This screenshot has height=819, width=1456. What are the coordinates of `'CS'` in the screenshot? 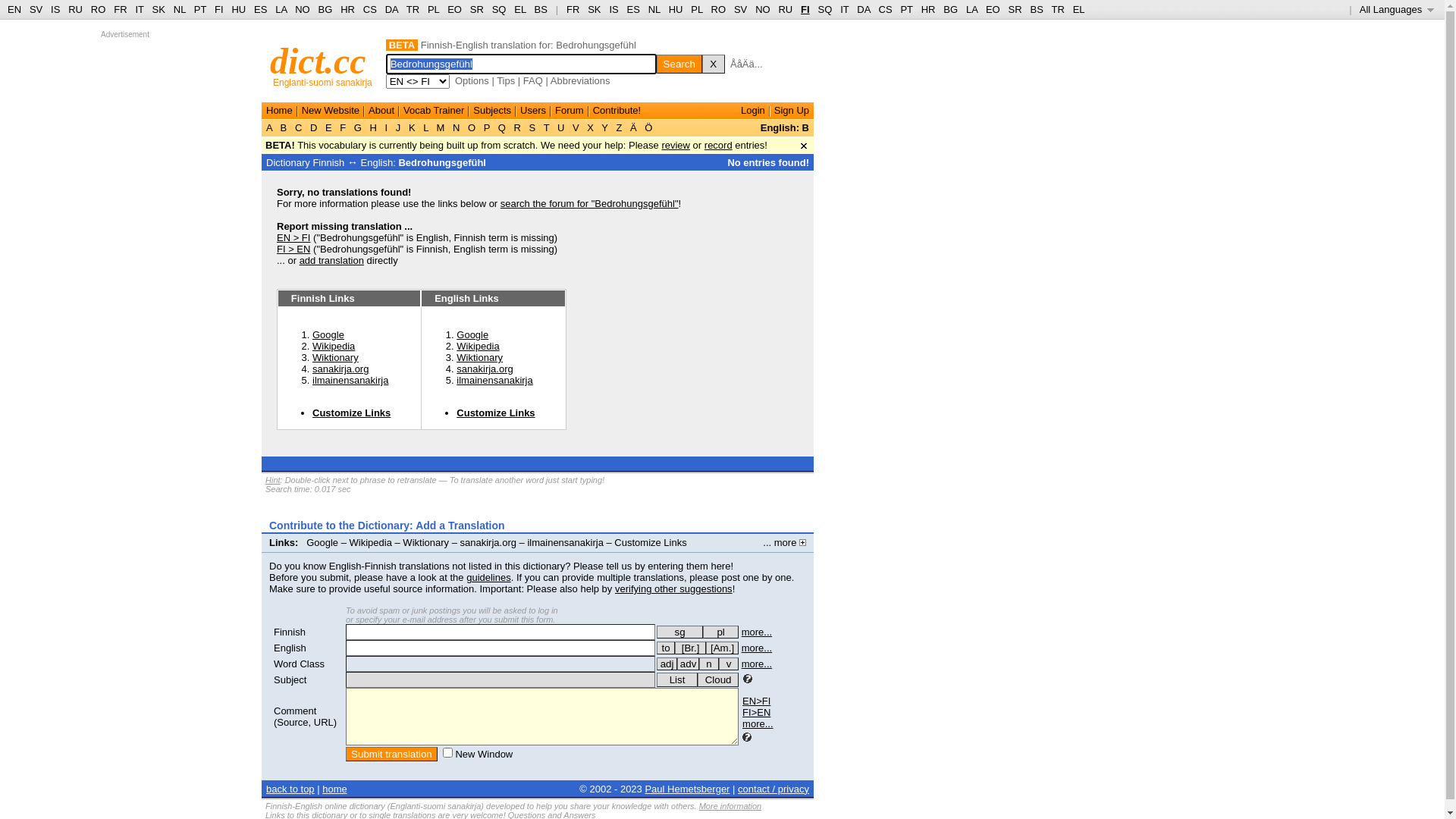 It's located at (370, 9).